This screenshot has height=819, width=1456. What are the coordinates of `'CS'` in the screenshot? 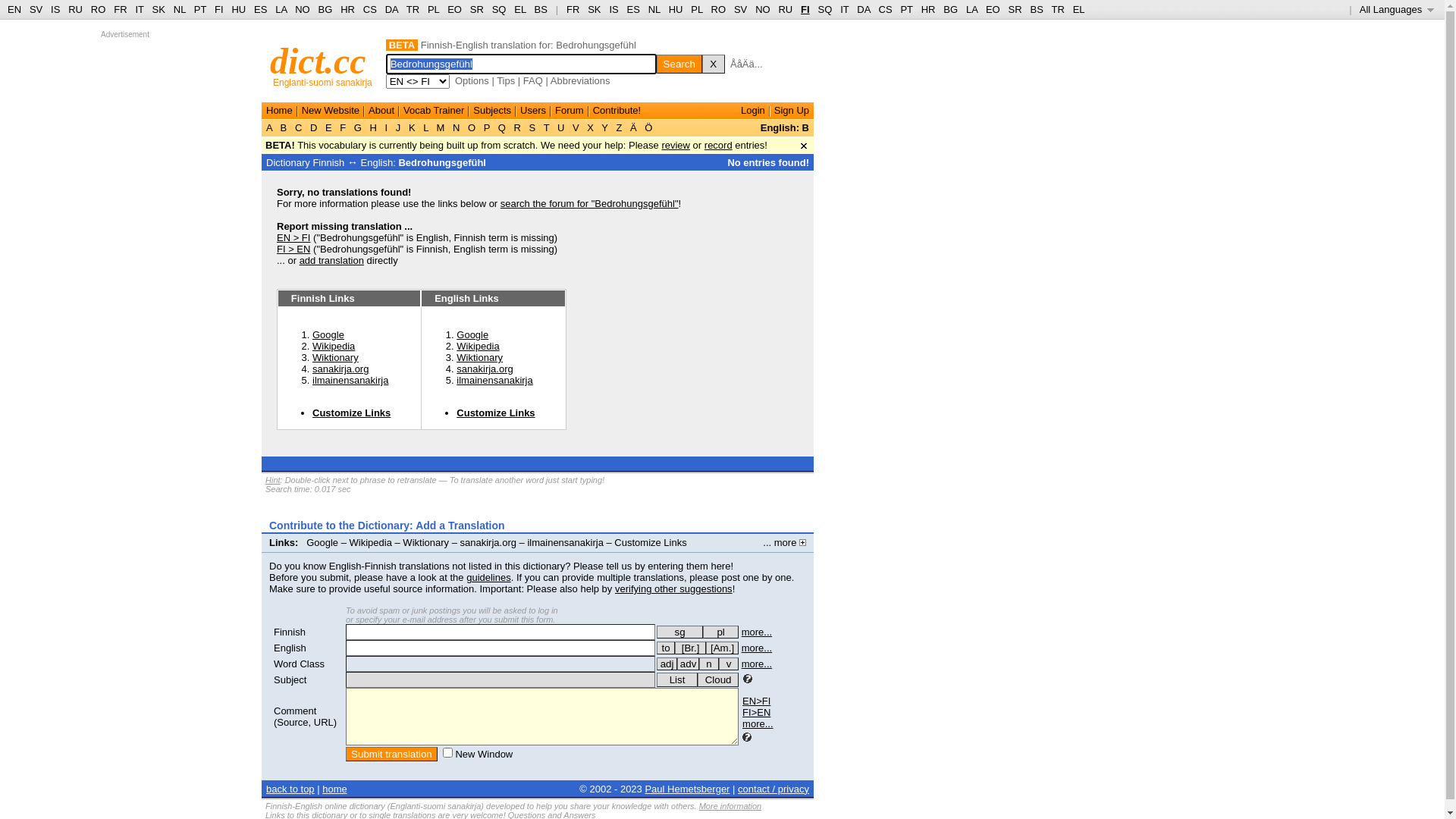 It's located at (370, 9).